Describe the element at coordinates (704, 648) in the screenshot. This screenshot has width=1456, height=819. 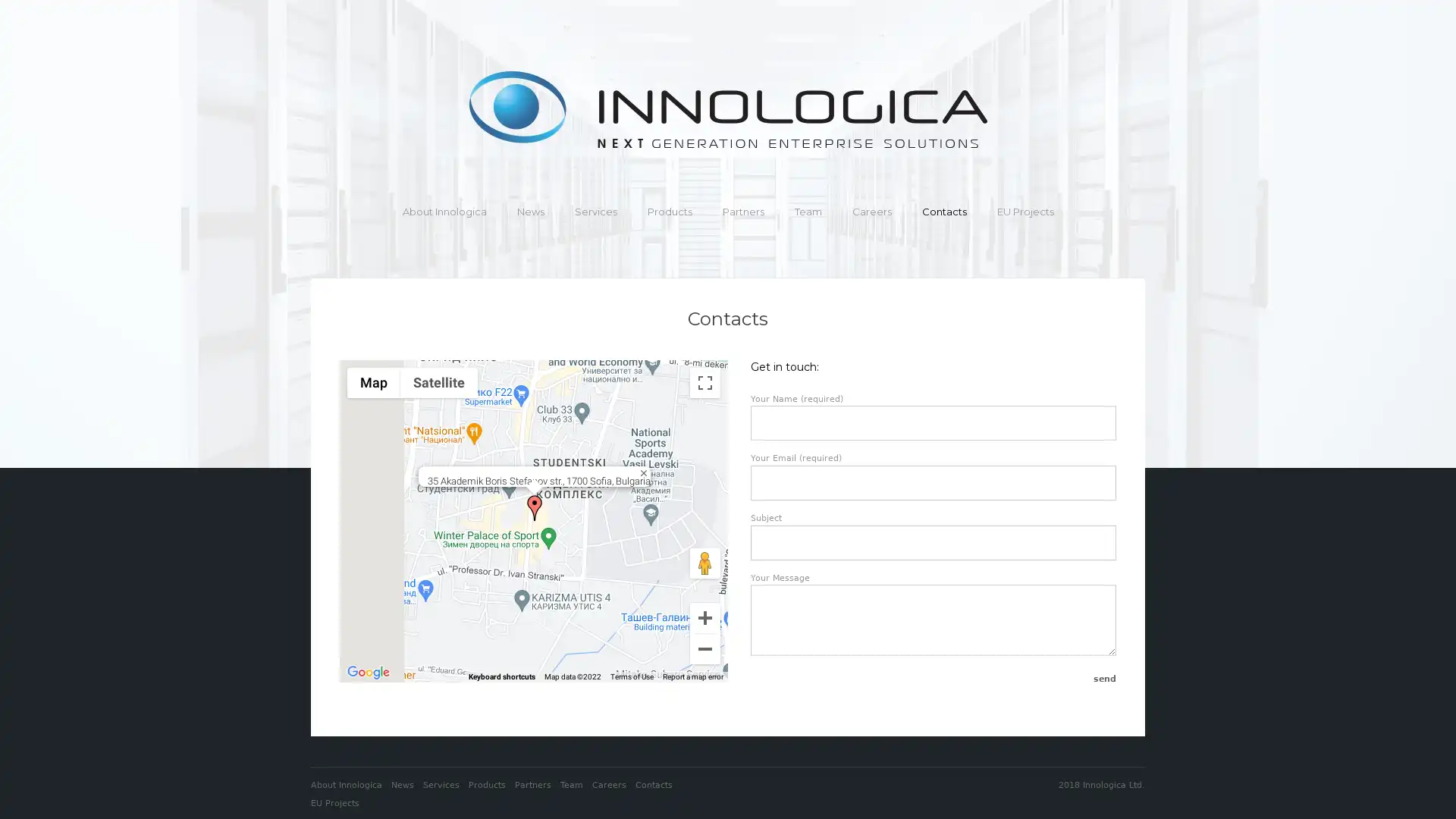
I see `Zoom out` at that location.